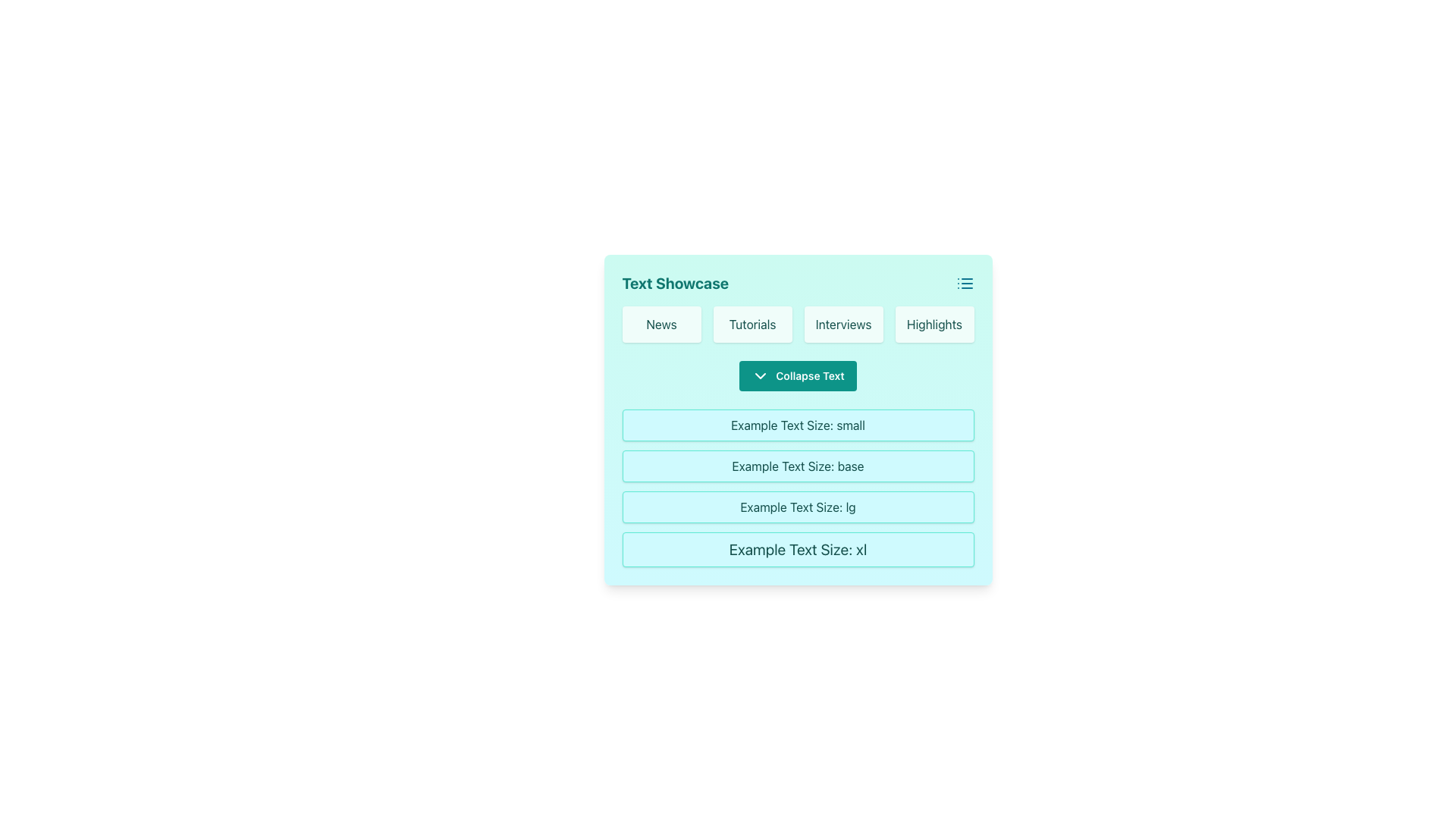  What do you see at coordinates (797, 420) in the screenshot?
I see `the Informational Text Block displaying 'Example Text Size: small'` at bounding box center [797, 420].